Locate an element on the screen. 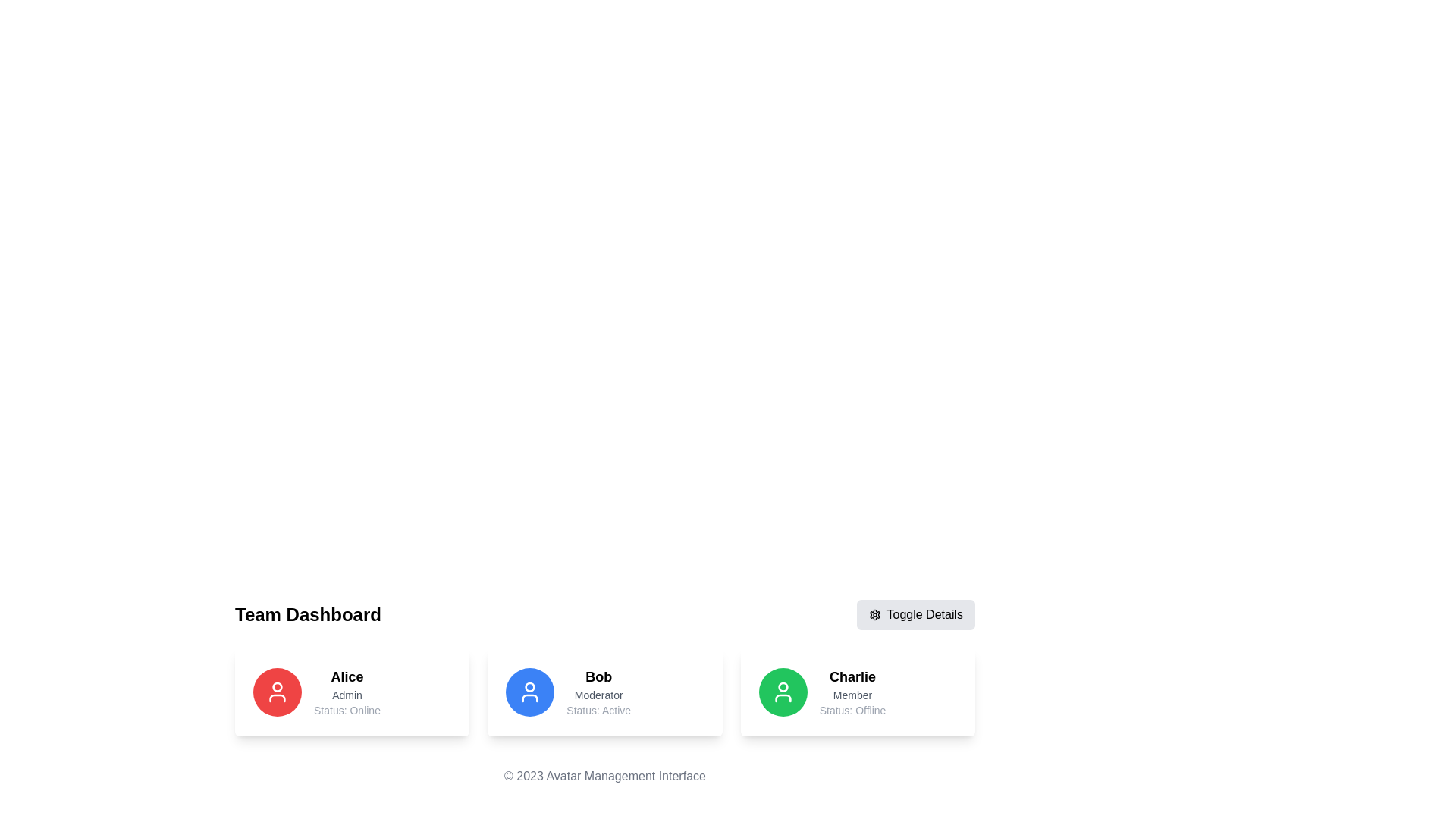 The width and height of the screenshot is (1456, 819). the text element that identifies the user as 'Bob' located in the second card of a horizontal trio arrangement, above 'Moderator' and 'Status: Active.' is located at coordinates (598, 676).